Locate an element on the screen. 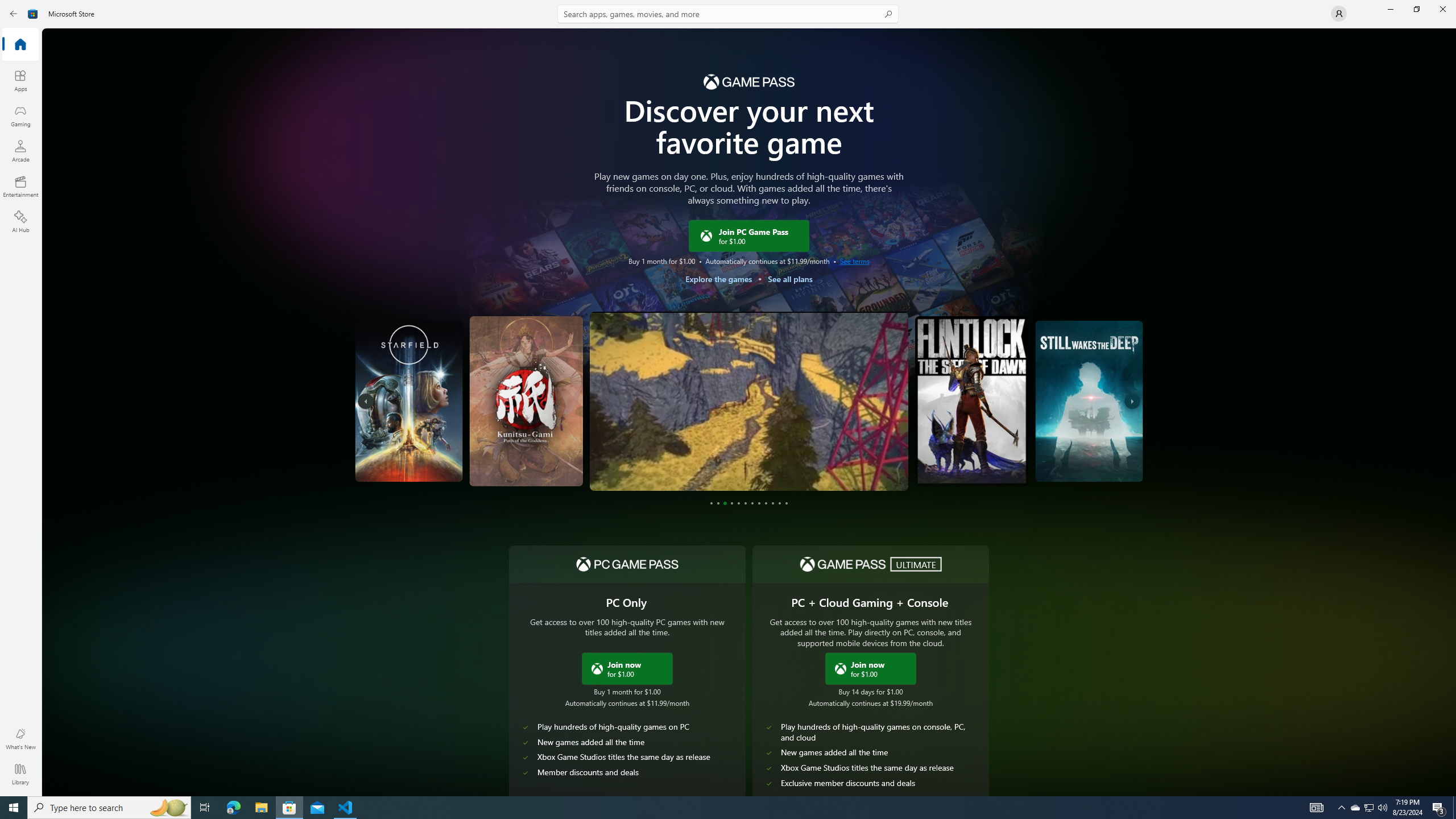  'Page 5' is located at coordinates (739, 503).